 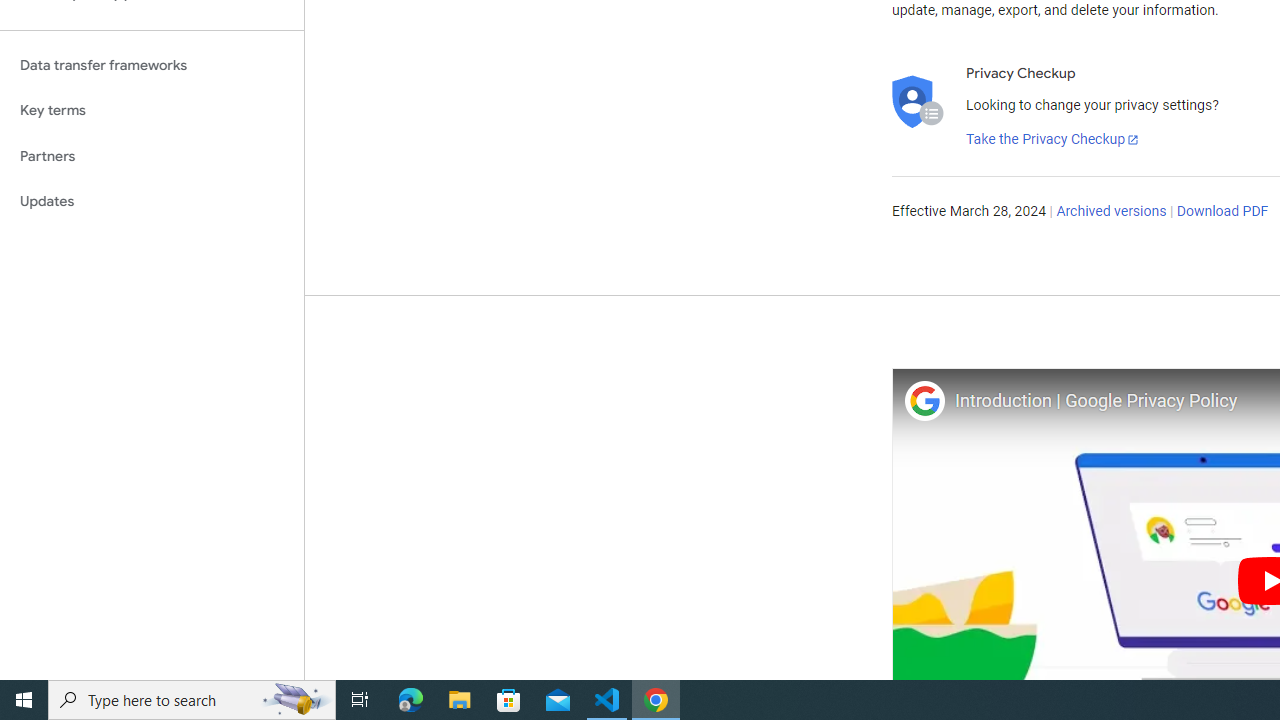 I want to click on 'Data transfer frameworks', so click(x=151, y=64).